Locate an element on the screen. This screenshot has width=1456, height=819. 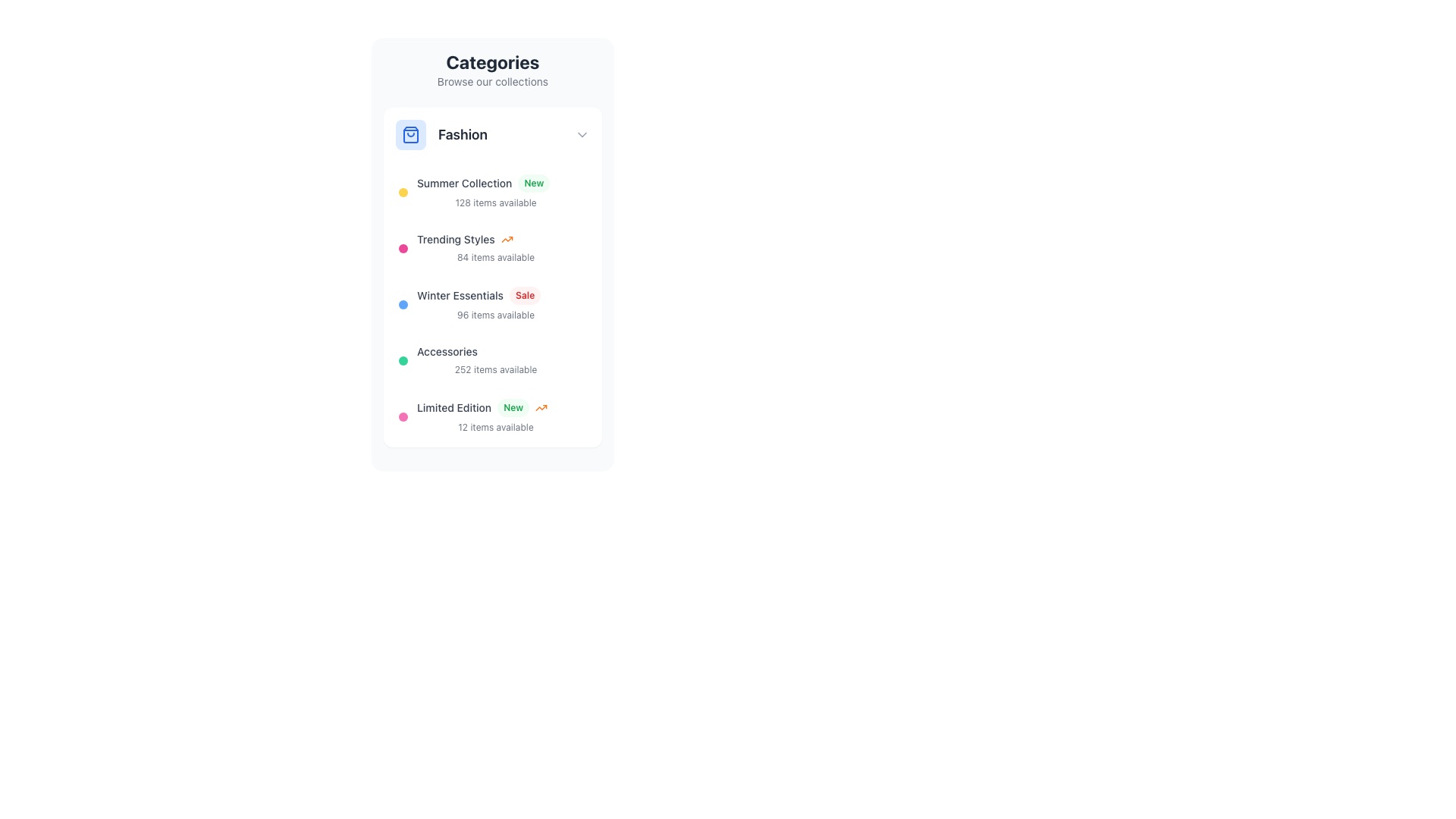
the right-pointing chevron arrow icon located to the right of the 'Fashion' section title is located at coordinates (582, 133).